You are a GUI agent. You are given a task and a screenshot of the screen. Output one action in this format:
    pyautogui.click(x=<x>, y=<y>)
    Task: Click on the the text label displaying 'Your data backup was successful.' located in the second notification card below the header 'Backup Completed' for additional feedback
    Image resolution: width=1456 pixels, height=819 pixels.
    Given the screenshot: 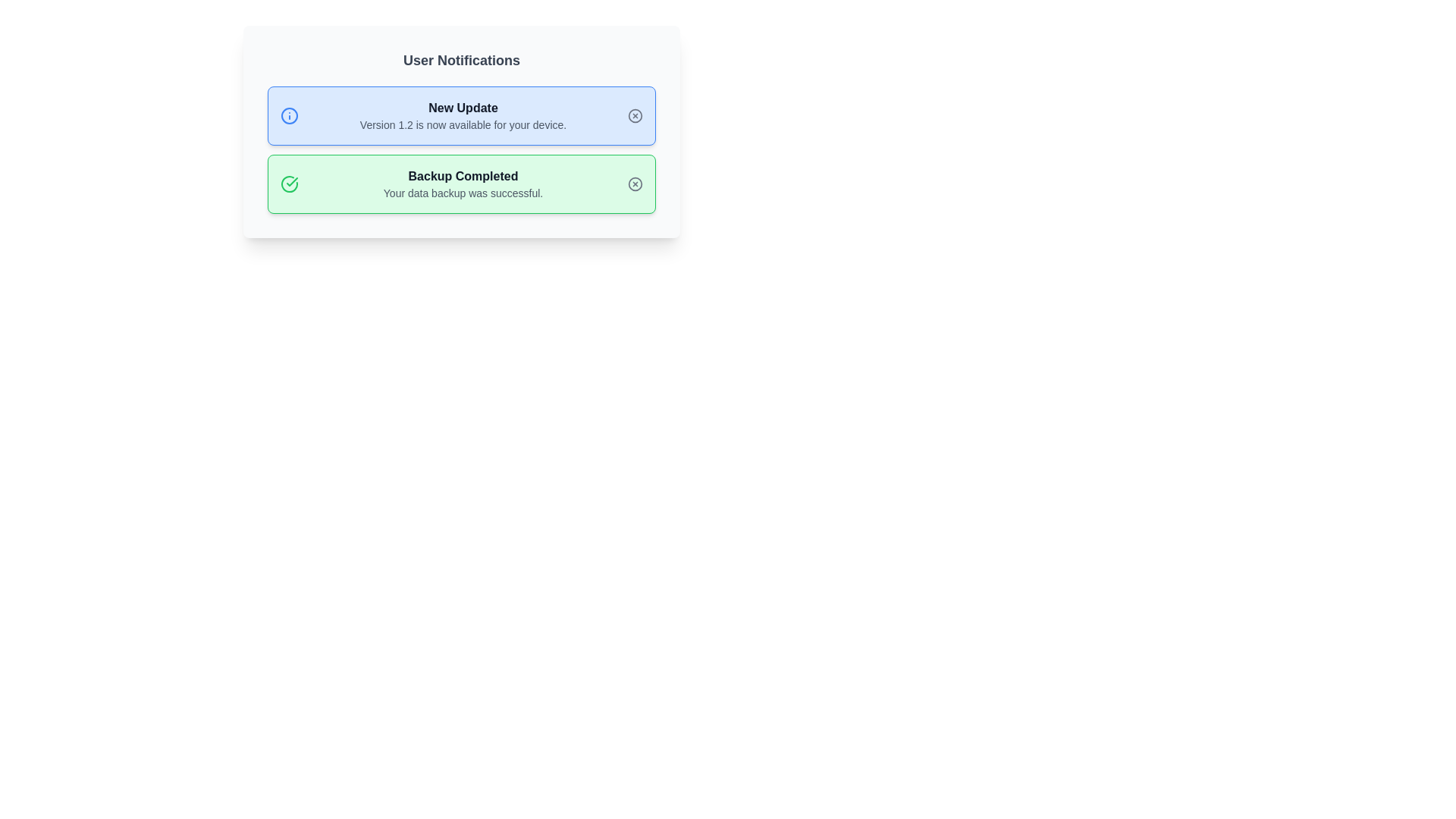 What is the action you would take?
    pyautogui.click(x=462, y=192)
    